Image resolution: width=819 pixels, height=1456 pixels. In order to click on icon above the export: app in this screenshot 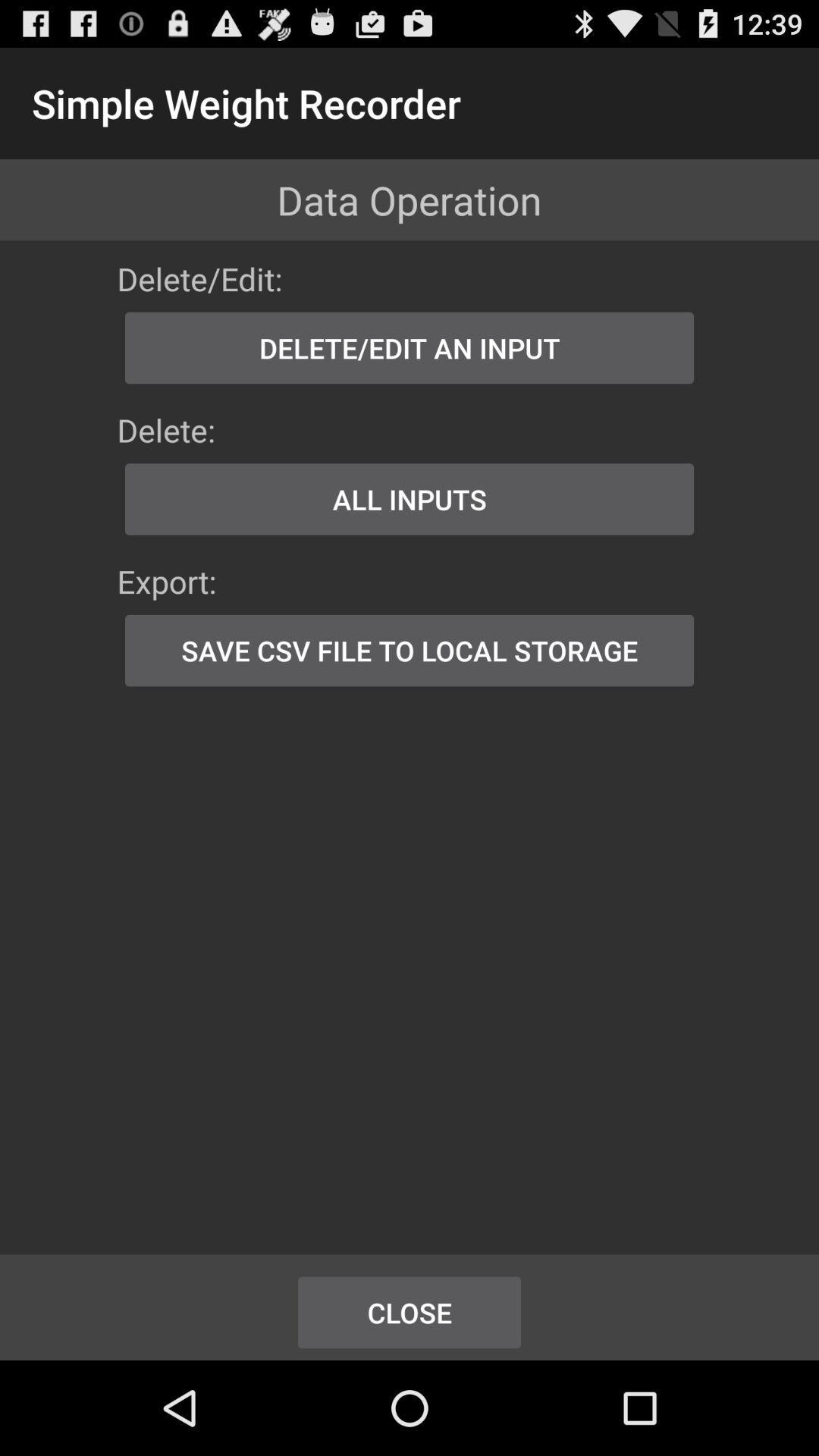, I will do `click(409, 499)`.